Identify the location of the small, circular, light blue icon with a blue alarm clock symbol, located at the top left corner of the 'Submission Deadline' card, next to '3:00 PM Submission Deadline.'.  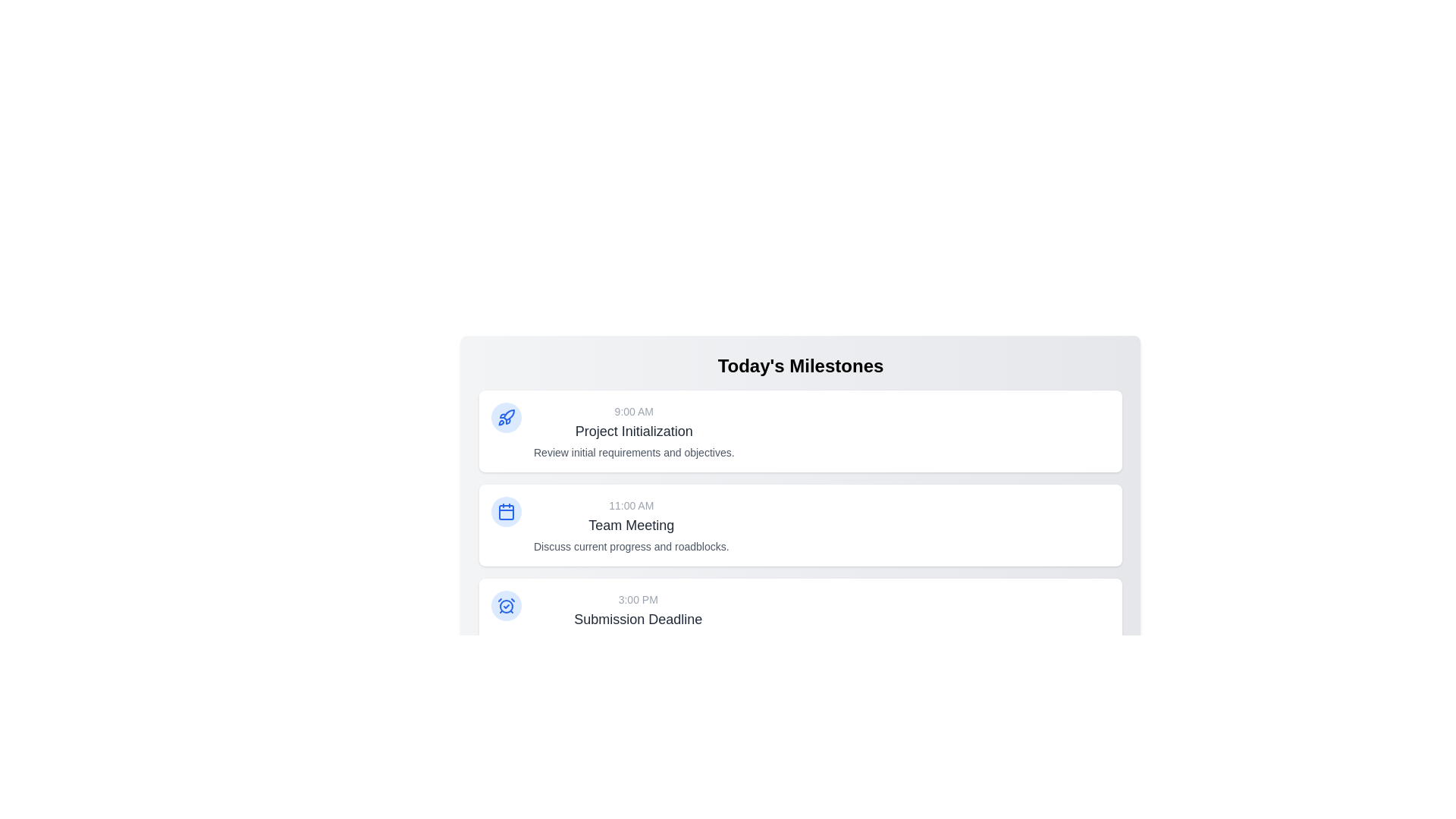
(506, 604).